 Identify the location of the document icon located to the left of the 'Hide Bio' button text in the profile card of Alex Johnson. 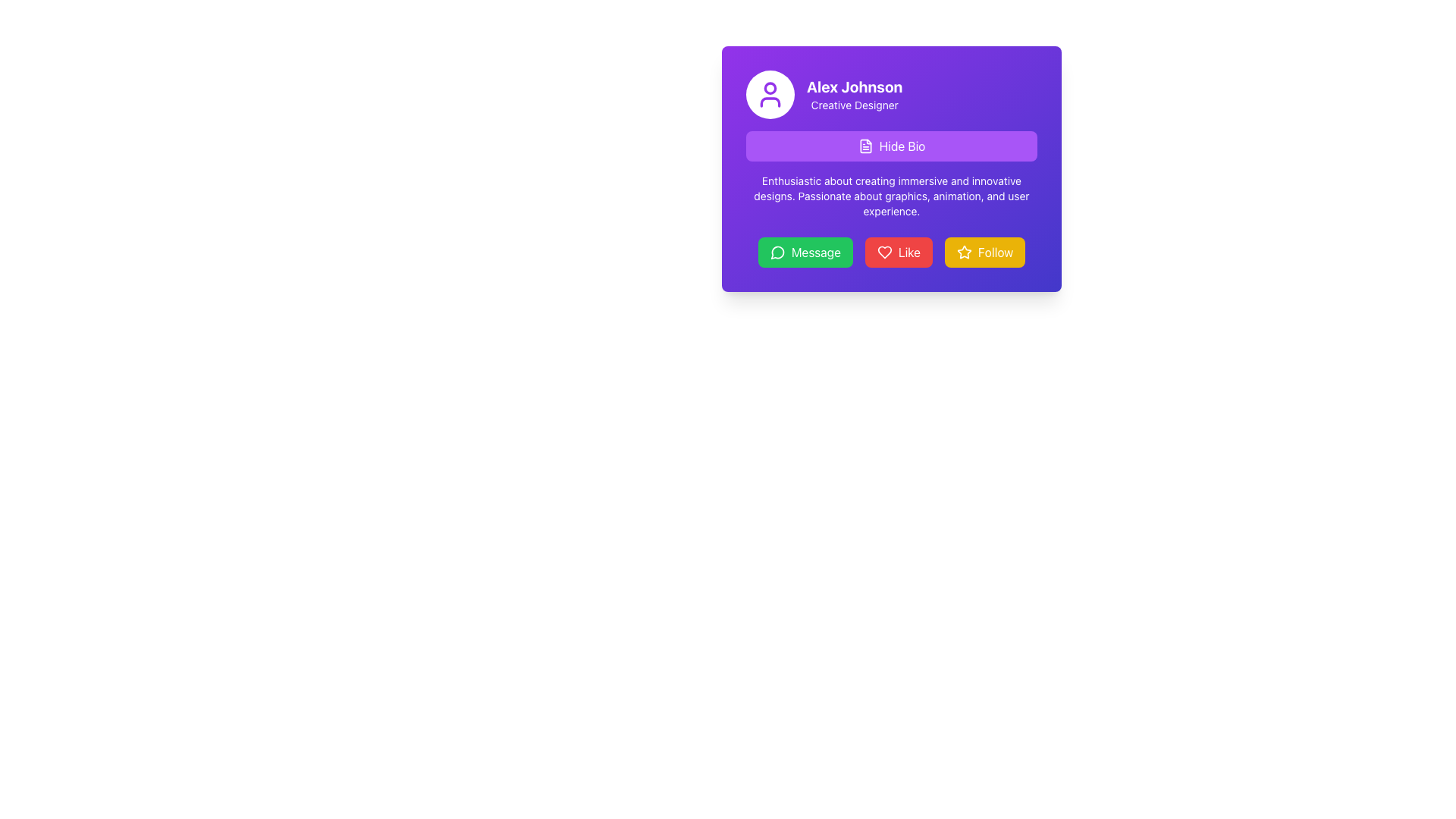
(865, 146).